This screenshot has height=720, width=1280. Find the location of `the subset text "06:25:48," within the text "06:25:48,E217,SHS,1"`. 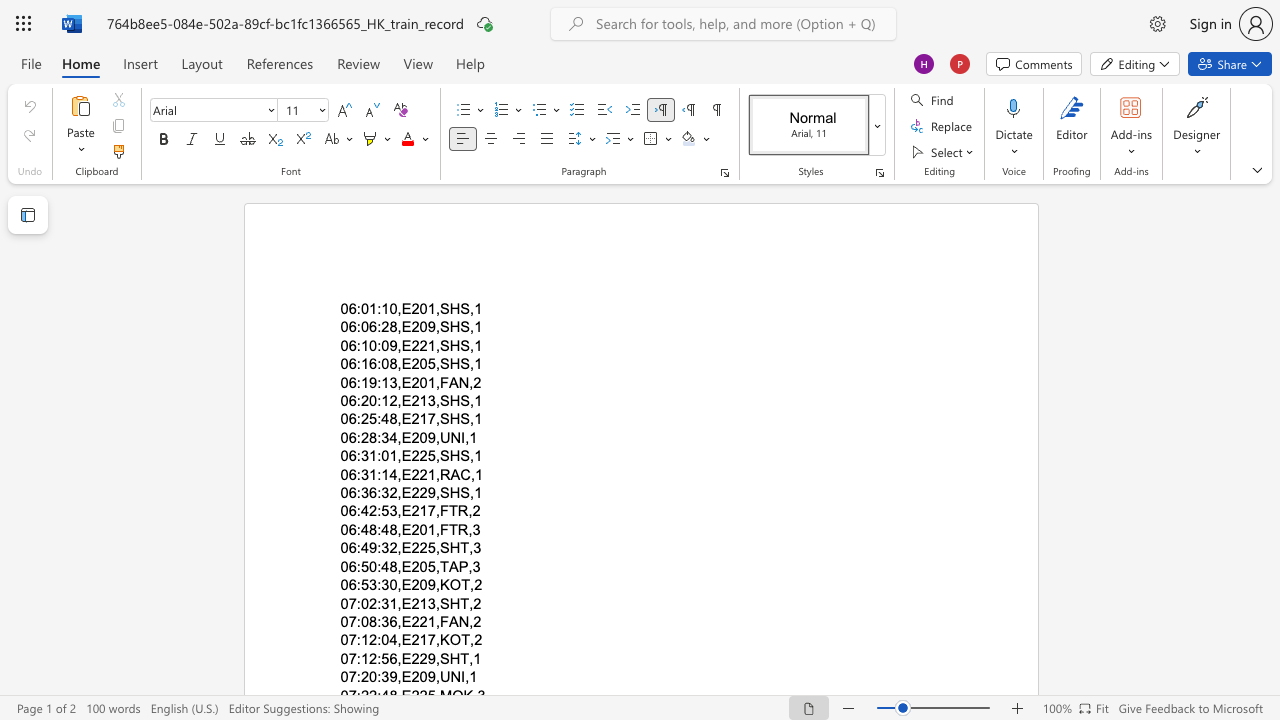

the subset text "06:25:48," within the text "06:25:48,E217,SHS,1" is located at coordinates (340, 418).